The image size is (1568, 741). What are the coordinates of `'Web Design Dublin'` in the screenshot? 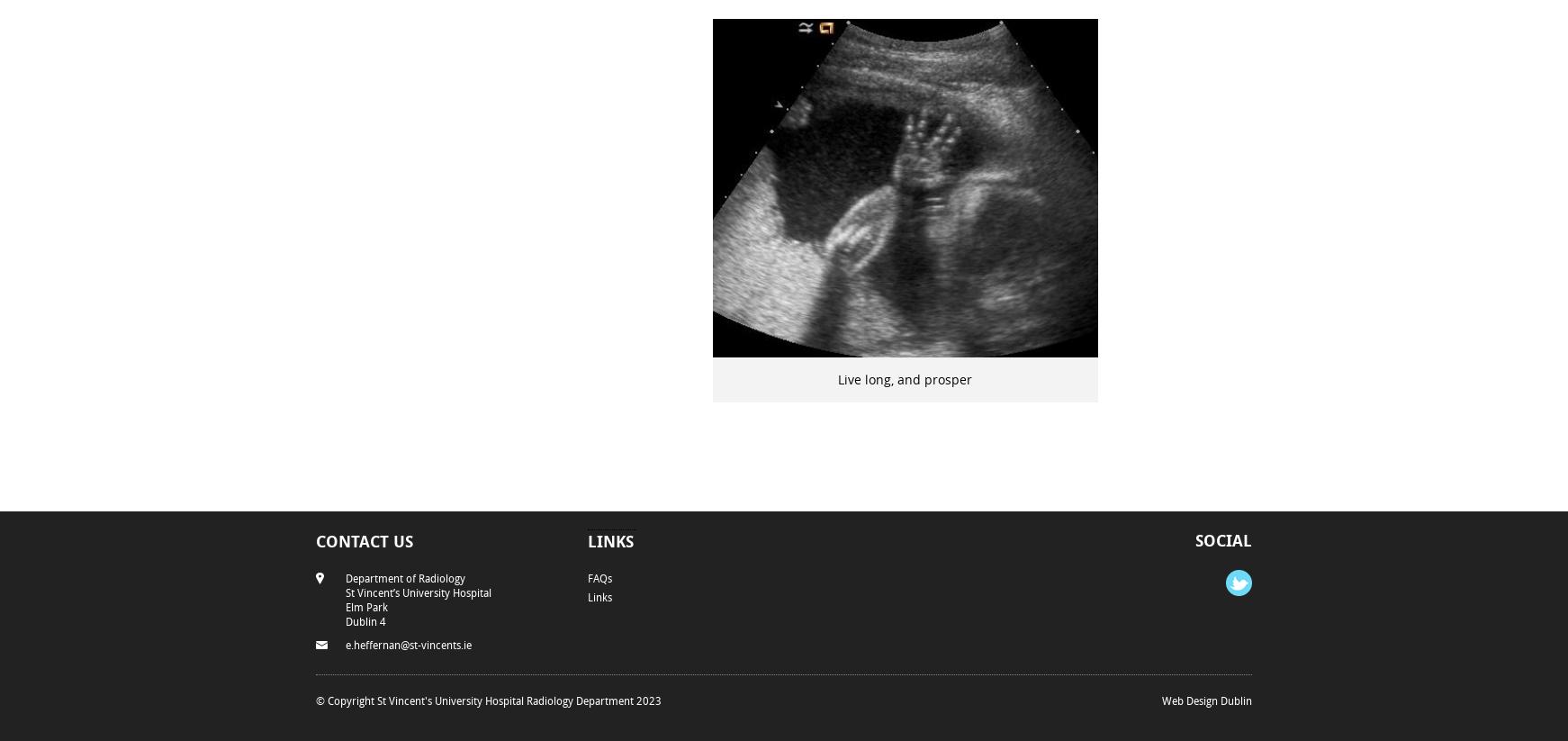 It's located at (1206, 698).